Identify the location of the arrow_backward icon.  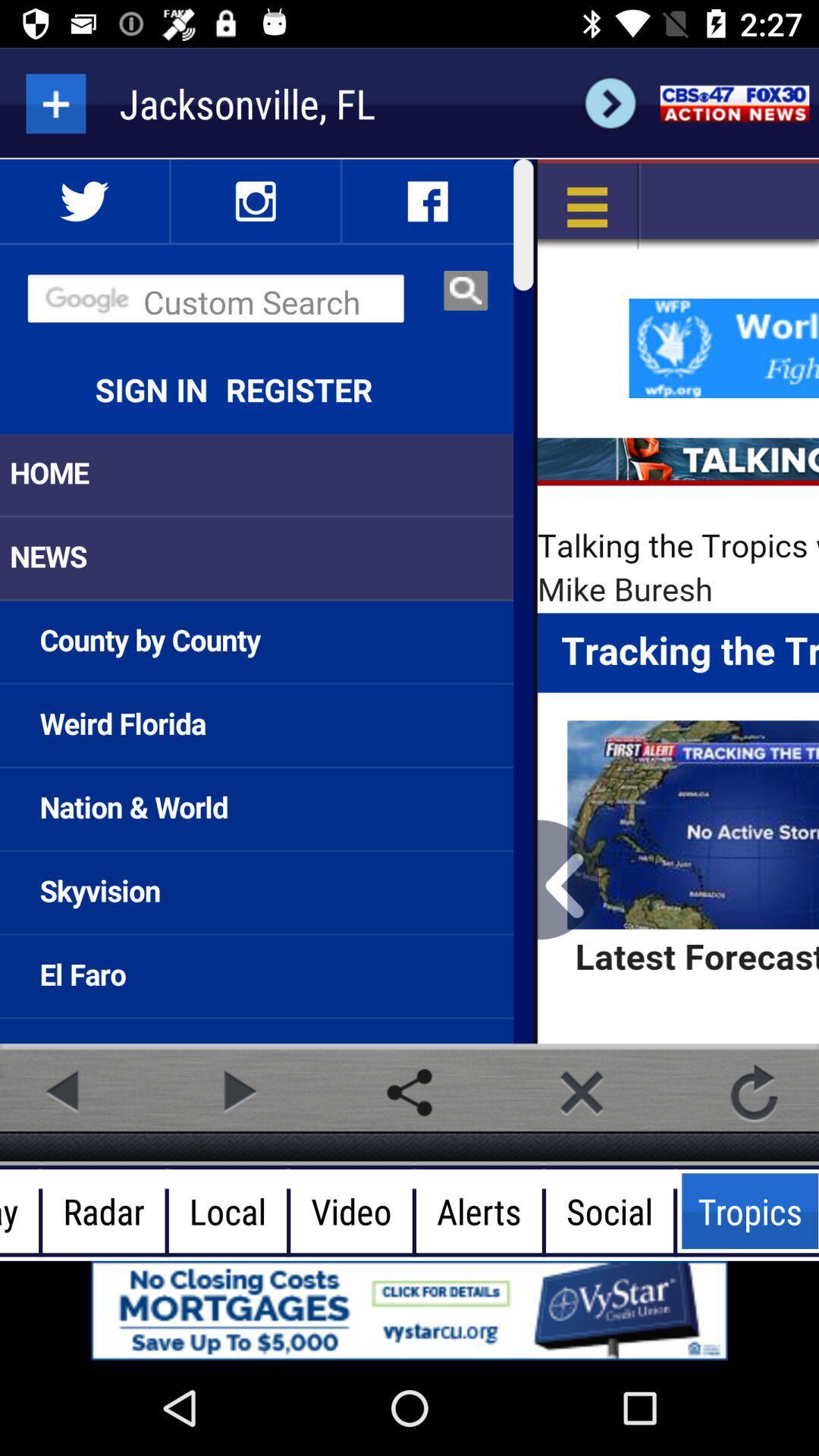
(64, 1092).